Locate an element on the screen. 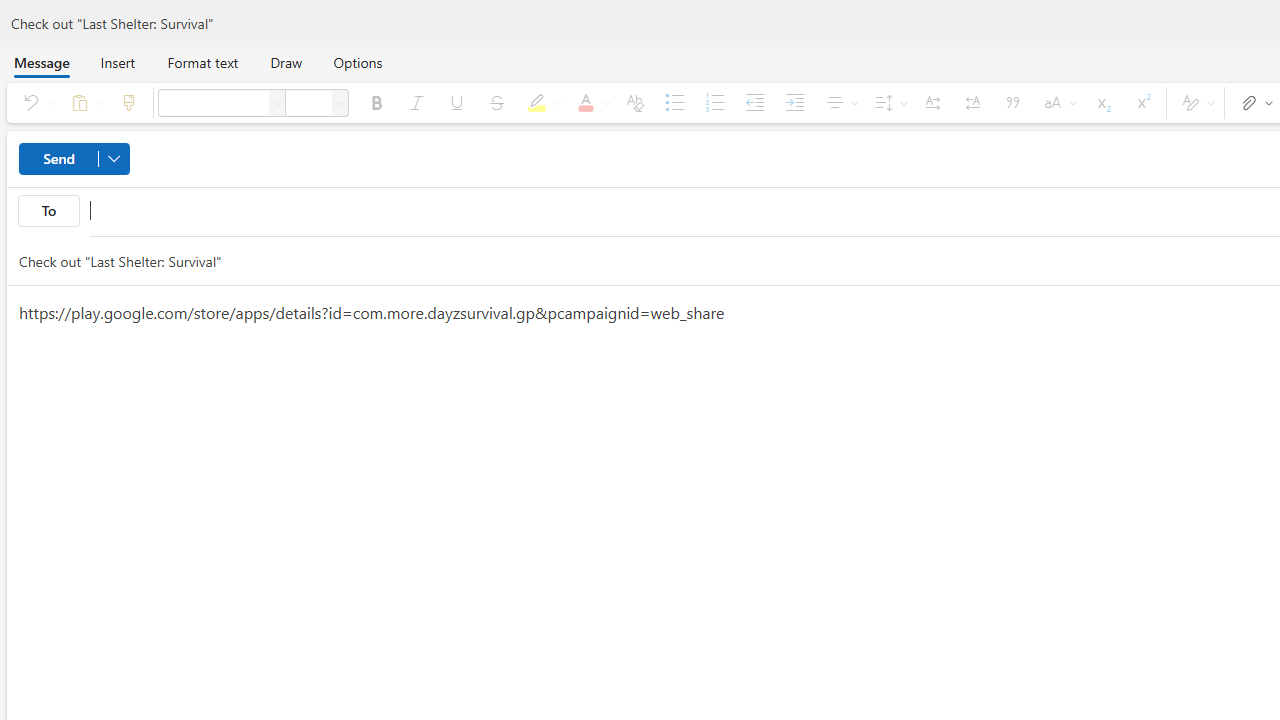  'Superscript' is located at coordinates (1142, 102).